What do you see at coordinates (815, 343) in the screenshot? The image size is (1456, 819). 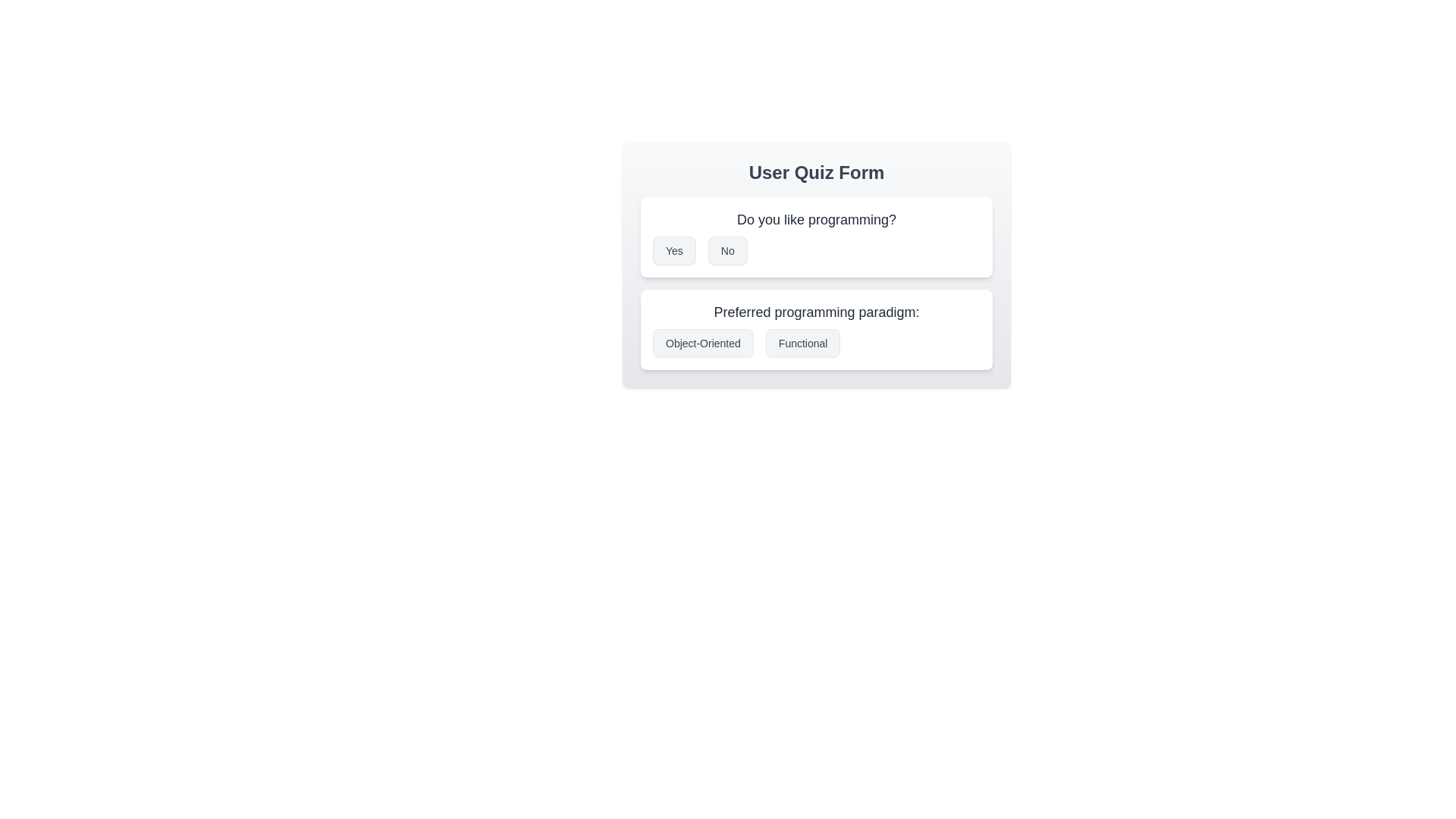 I see `the 'Functional' button within the grouped button element labeled 'Preferred programming paradigm:'` at bounding box center [815, 343].